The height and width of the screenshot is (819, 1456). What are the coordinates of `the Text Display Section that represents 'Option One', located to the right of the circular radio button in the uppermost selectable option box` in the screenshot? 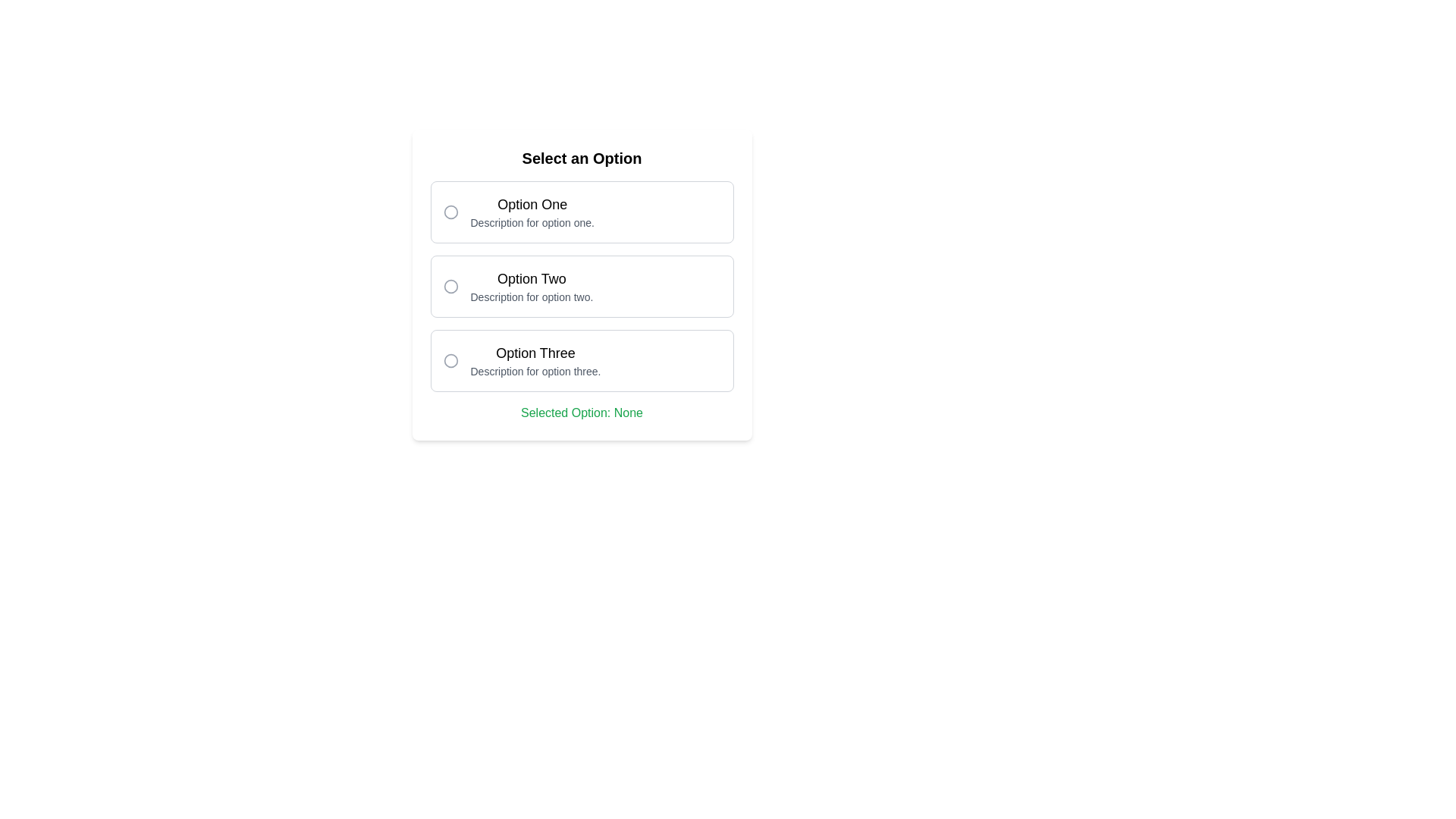 It's located at (532, 212).